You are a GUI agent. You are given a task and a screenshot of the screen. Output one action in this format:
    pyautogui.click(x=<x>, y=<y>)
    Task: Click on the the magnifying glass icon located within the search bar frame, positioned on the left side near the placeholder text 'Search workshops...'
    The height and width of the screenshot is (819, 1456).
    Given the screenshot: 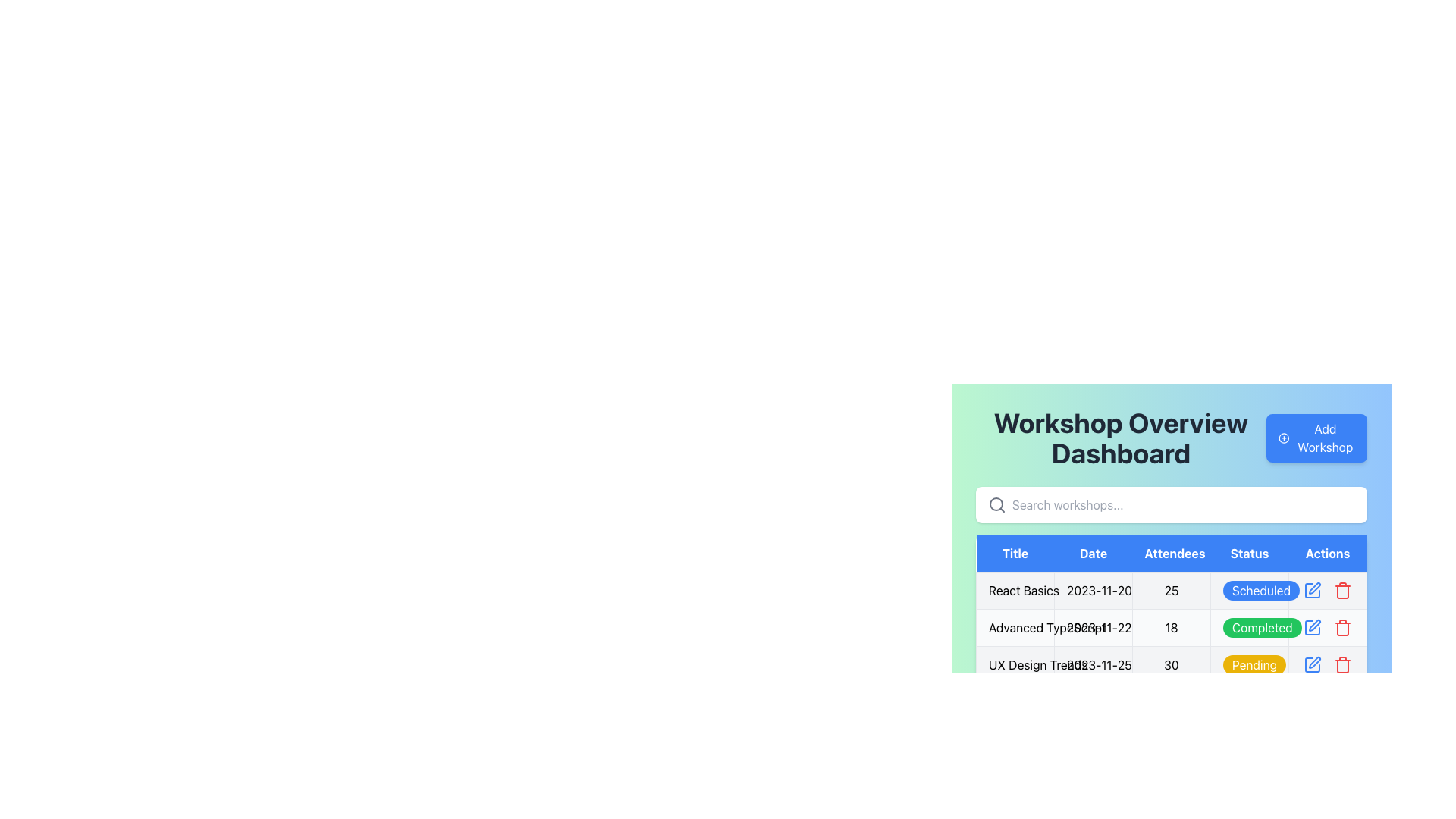 What is the action you would take?
    pyautogui.click(x=997, y=505)
    